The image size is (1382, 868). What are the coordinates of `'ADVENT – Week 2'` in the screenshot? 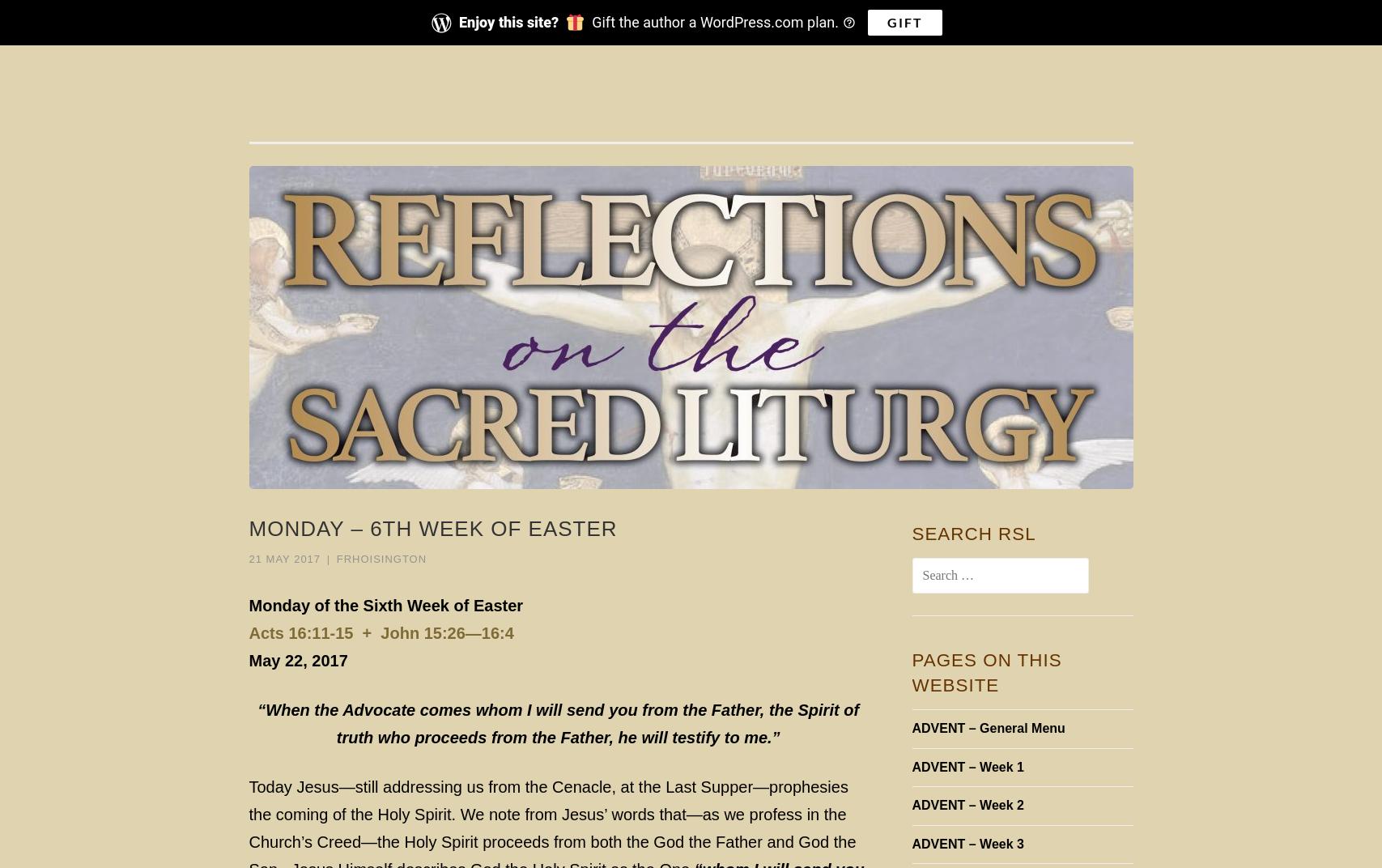 It's located at (967, 804).